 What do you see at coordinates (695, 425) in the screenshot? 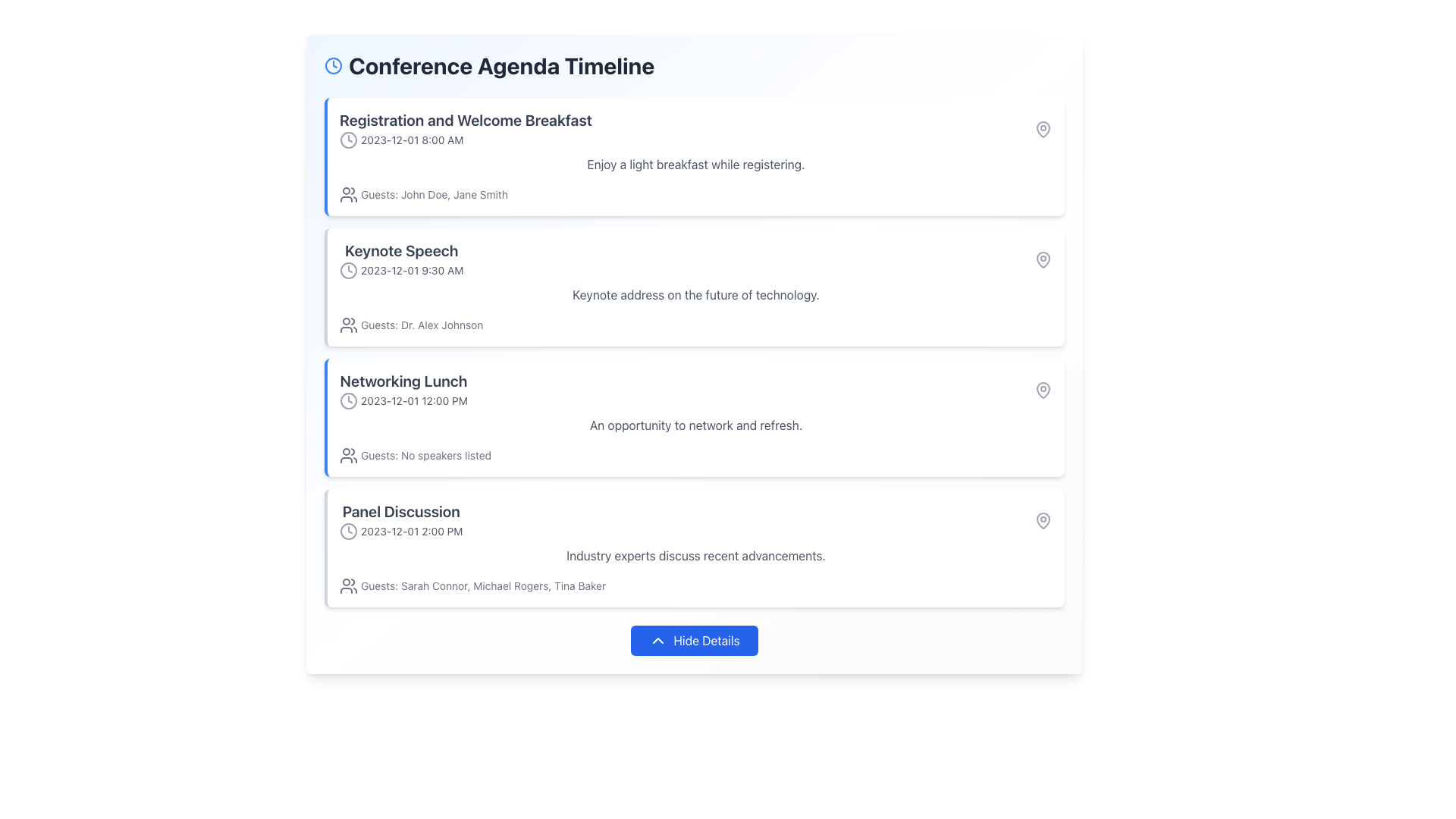
I see `the text label containing the message 'An opportunity to network and refresh.' which is styled with a gray font and located below the event title in the 'Networking Lunch' block` at bounding box center [695, 425].